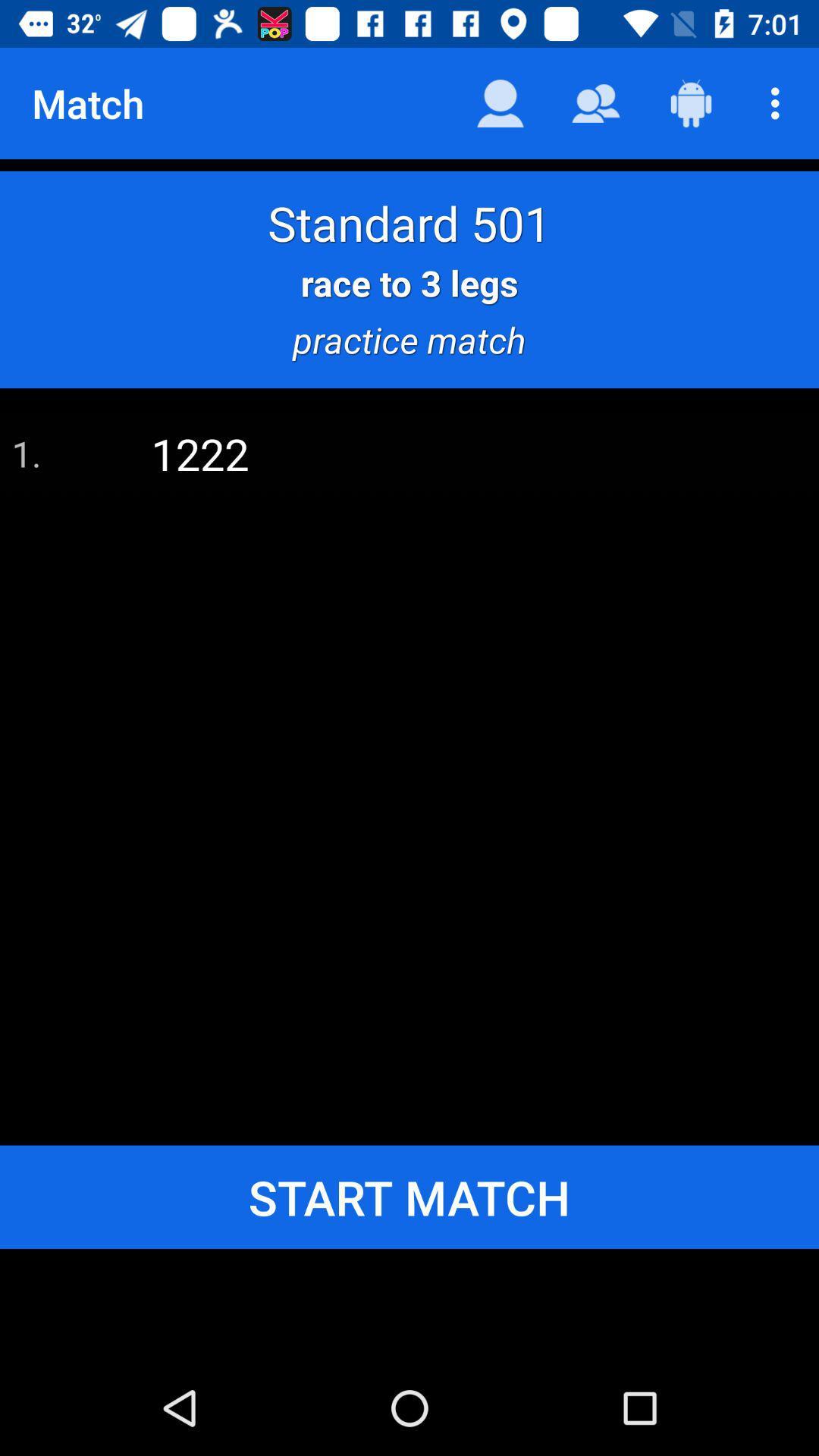  Describe the element at coordinates (409, 1196) in the screenshot. I see `start match icon` at that location.